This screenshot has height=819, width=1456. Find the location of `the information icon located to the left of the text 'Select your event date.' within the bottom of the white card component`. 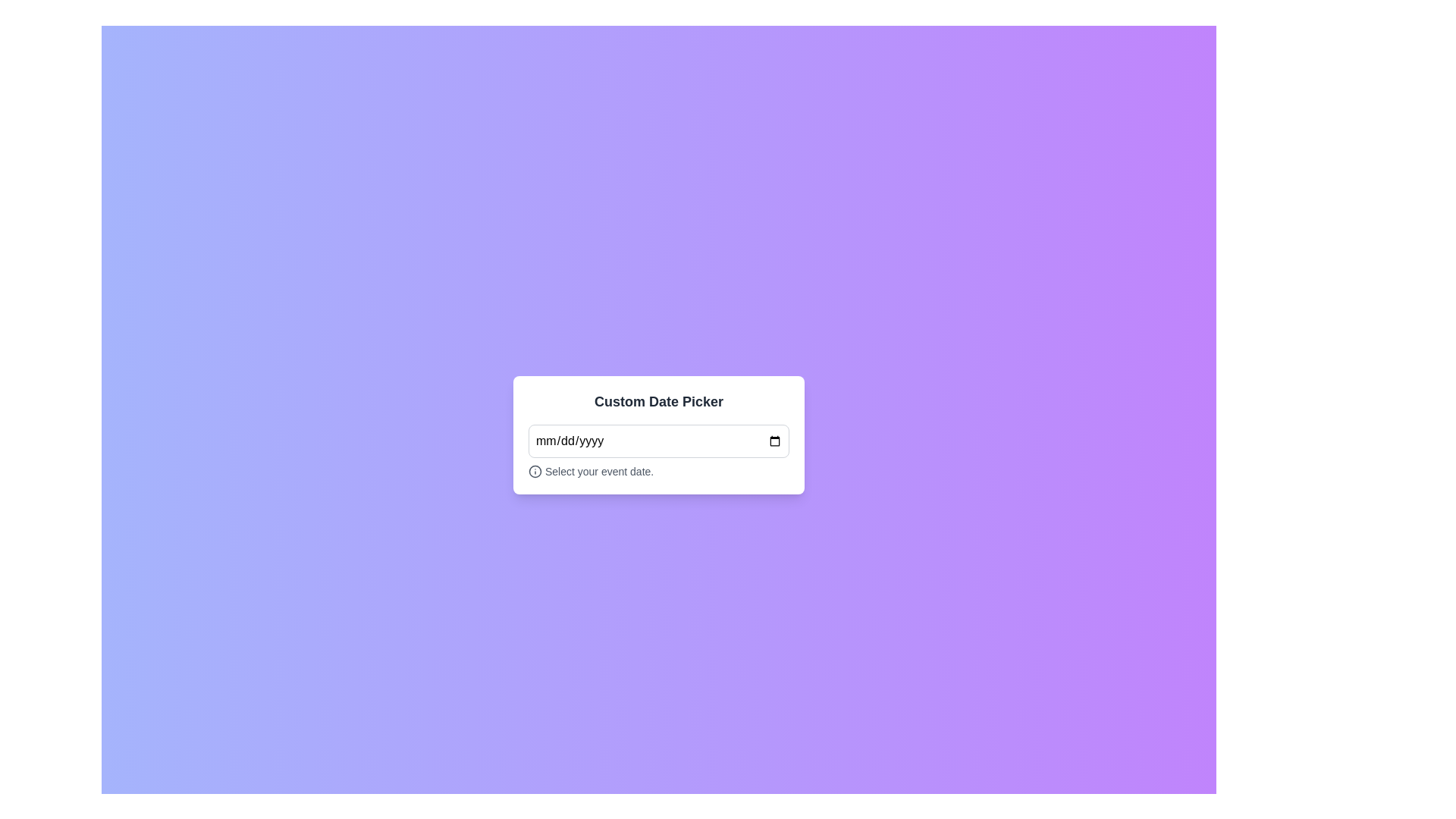

the information icon located to the left of the text 'Select your event date.' within the bottom of the white card component is located at coordinates (535, 470).